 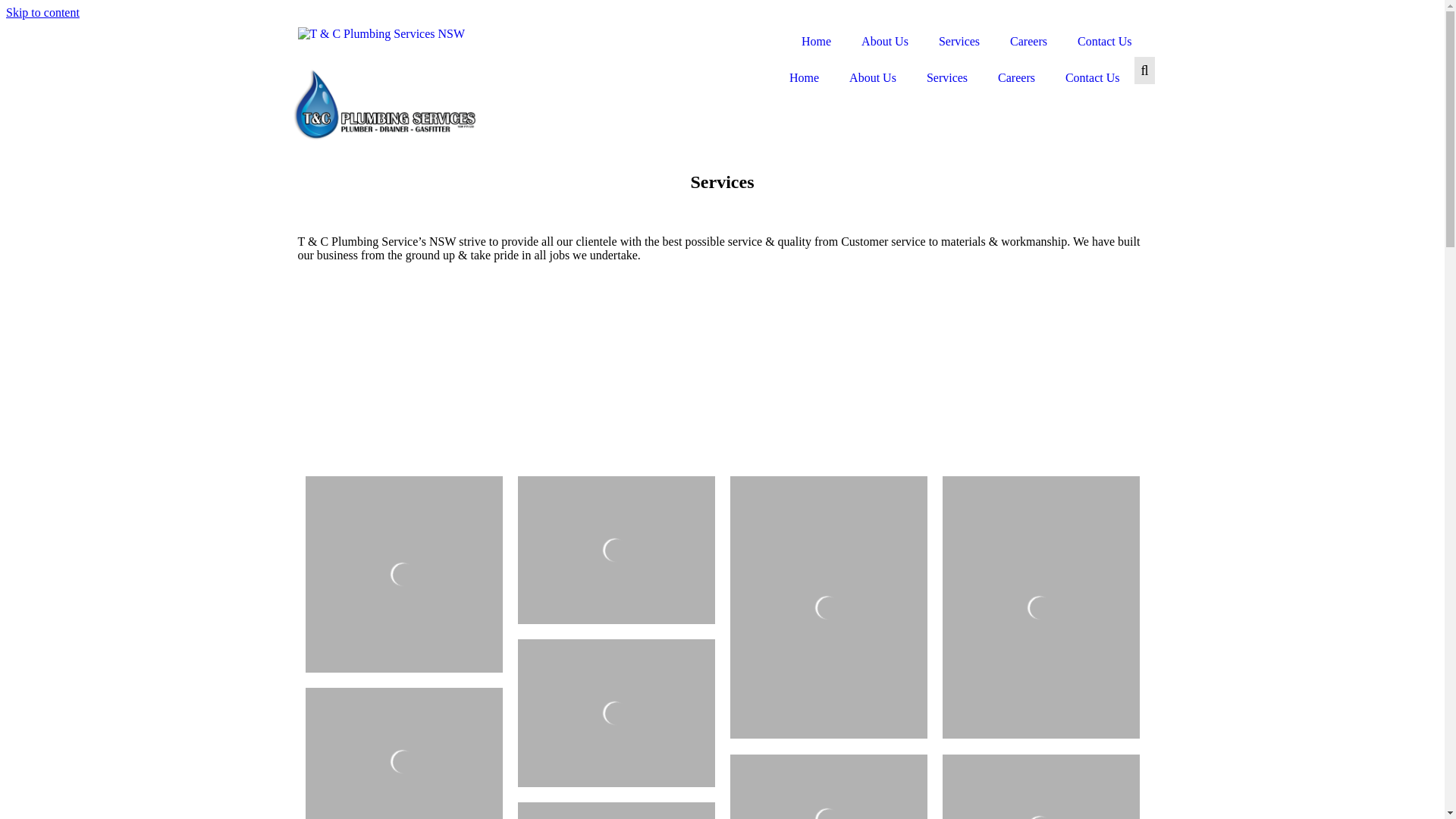 I want to click on 'Services', so click(x=959, y=40).